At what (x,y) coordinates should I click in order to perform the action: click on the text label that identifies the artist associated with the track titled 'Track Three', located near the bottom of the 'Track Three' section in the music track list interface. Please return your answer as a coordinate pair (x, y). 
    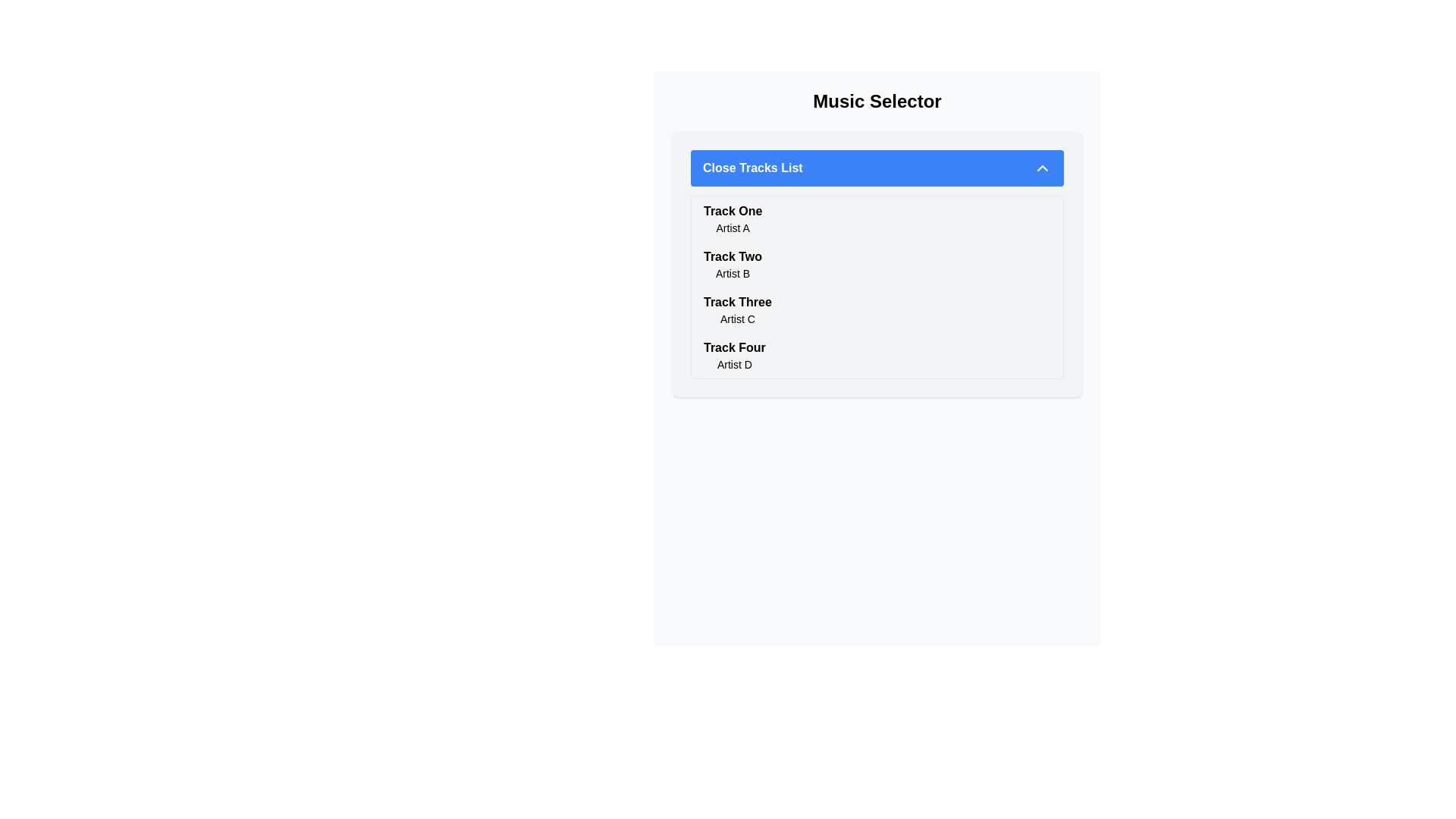
    Looking at the image, I should click on (737, 318).